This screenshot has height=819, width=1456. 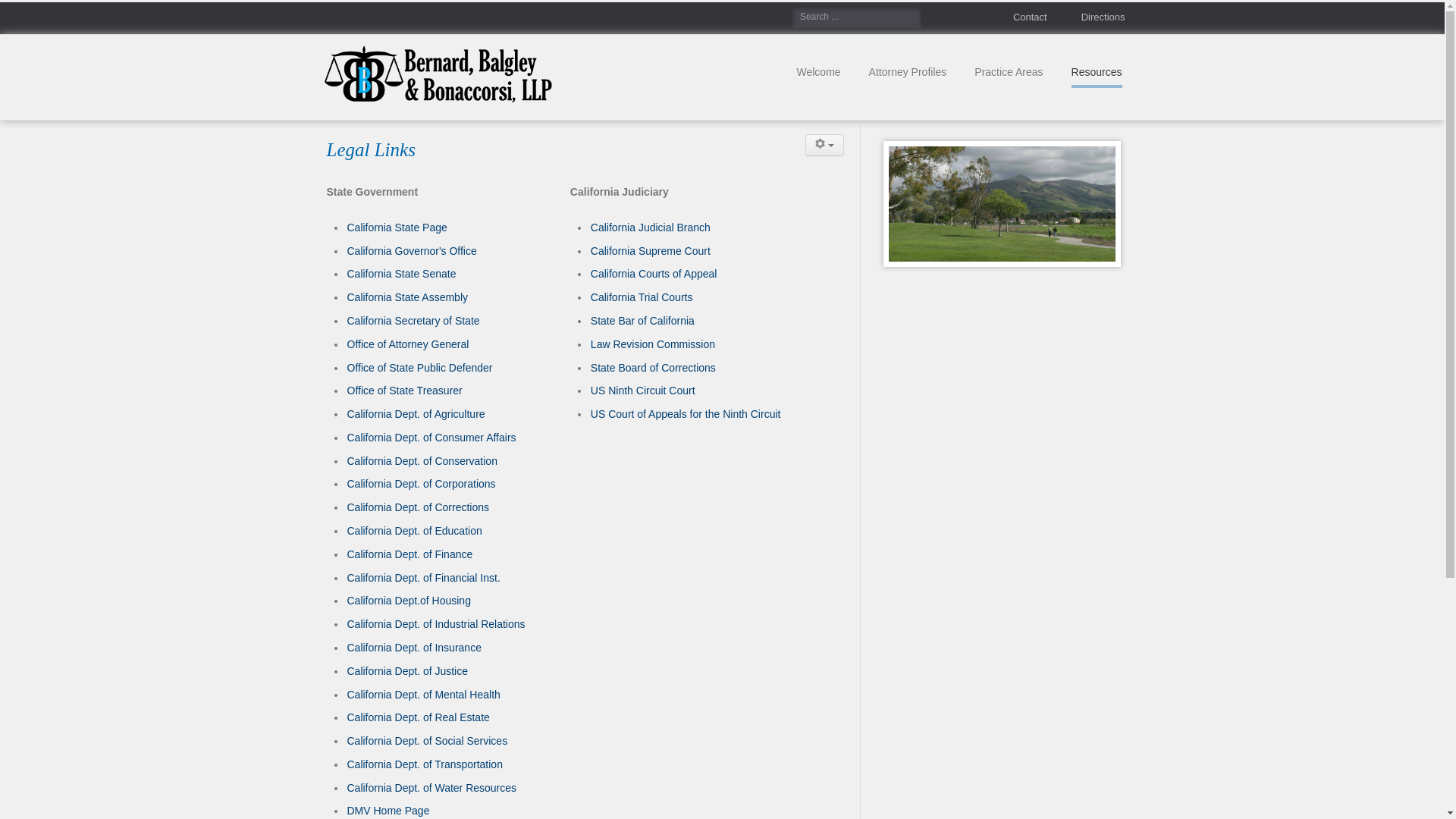 What do you see at coordinates (817, 73) in the screenshot?
I see `'Welcome'` at bounding box center [817, 73].